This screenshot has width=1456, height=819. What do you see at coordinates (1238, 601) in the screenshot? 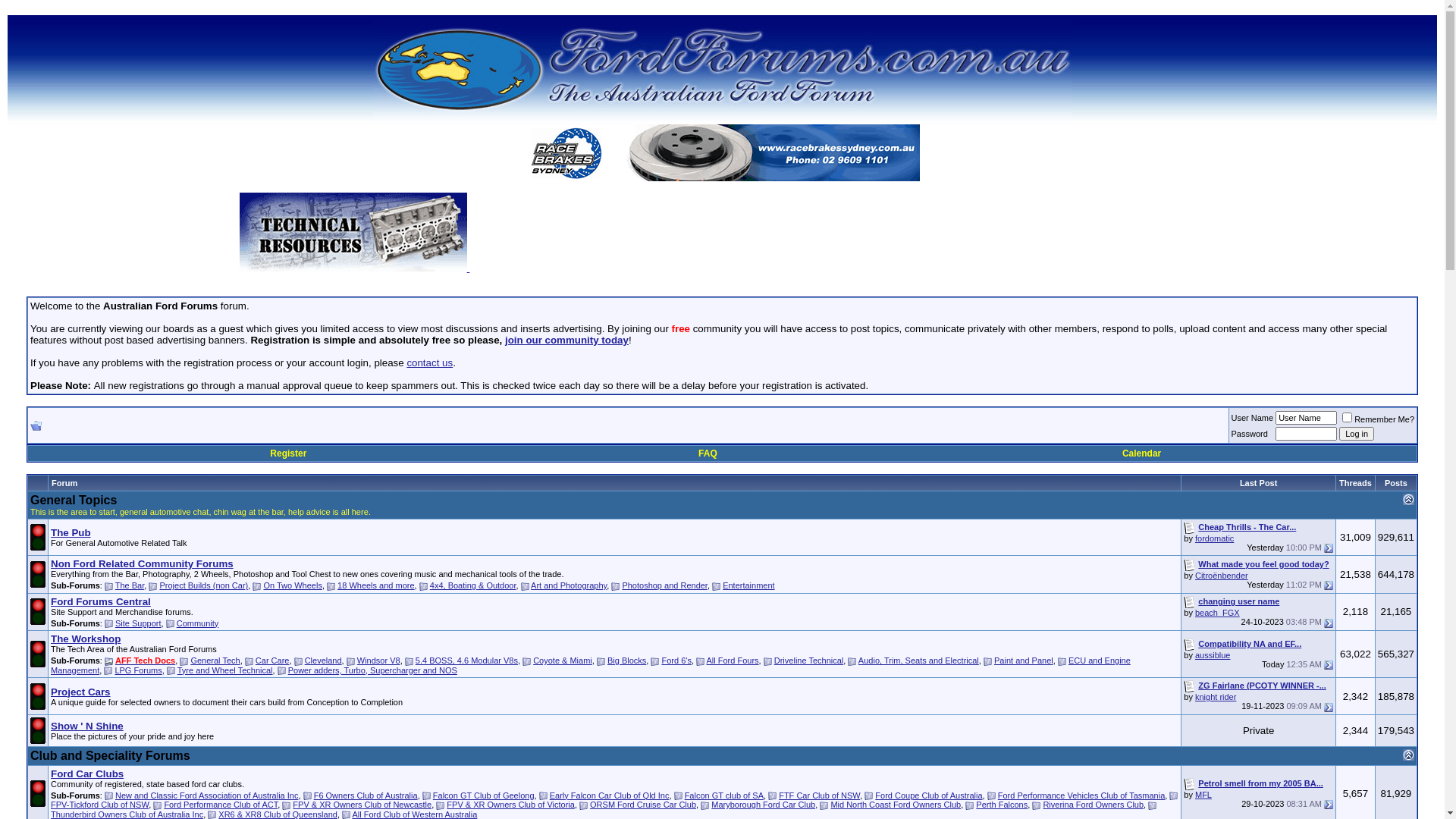
I see `'changing user name'` at bounding box center [1238, 601].